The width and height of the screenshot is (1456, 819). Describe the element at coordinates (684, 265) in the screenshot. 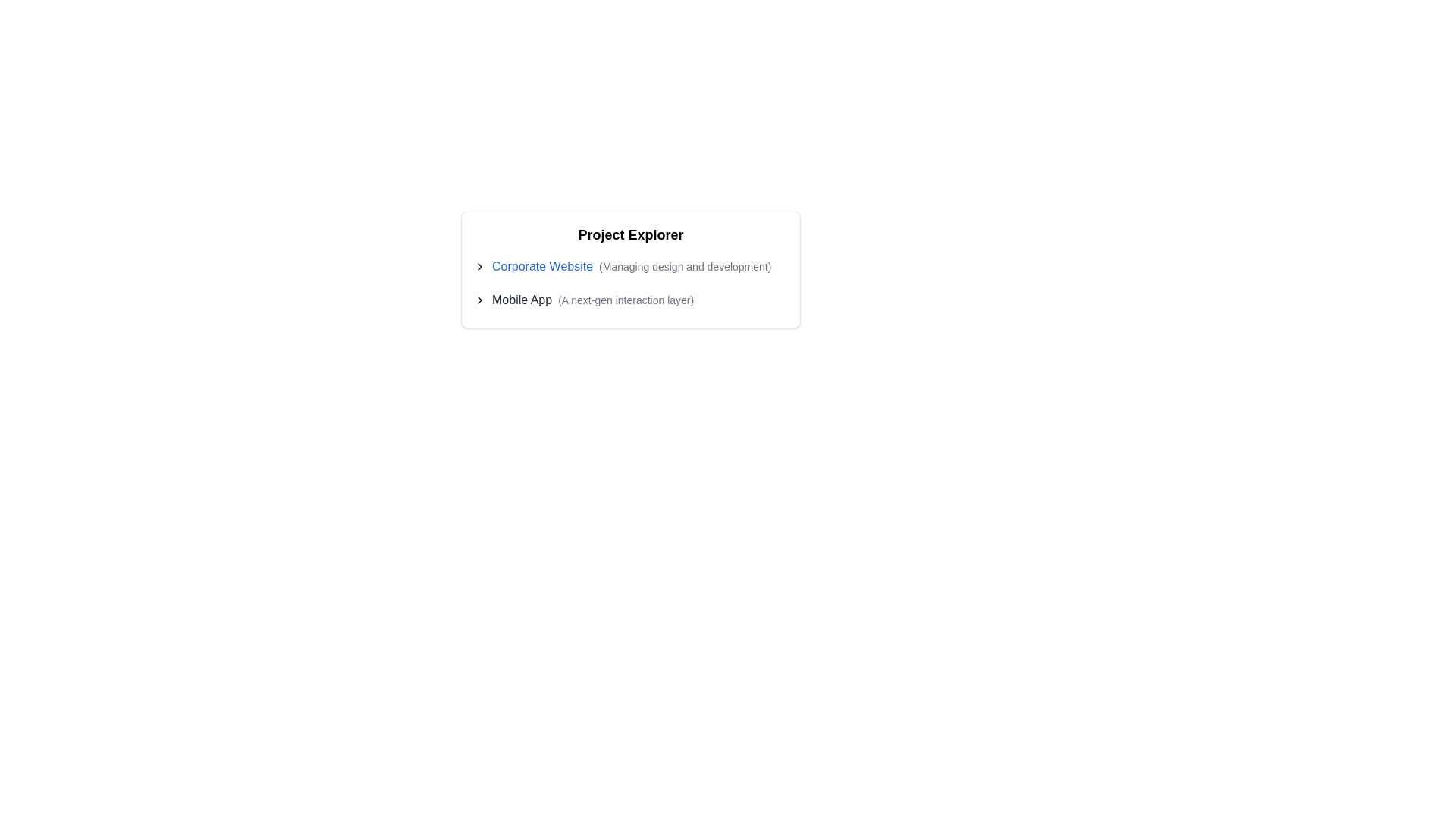

I see `the supplementary information text related to the 'Corporate Website' entry in the 'Project Explorer' section` at that location.